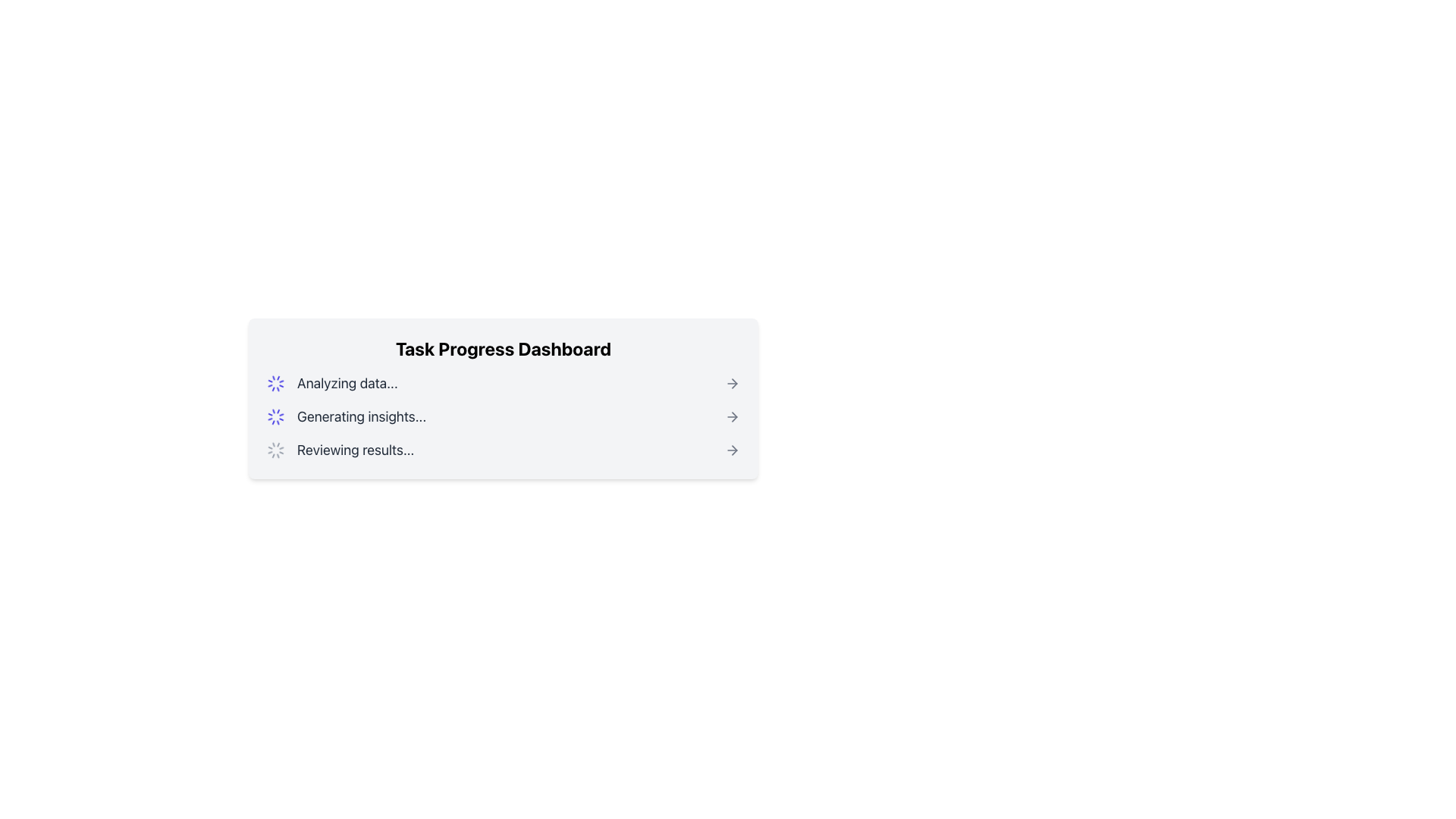  I want to click on displayed text from the Status Indicator showing 'Generating insights...' located in the Task Progress Dashboard, which is the second item in the list, so click(346, 417).